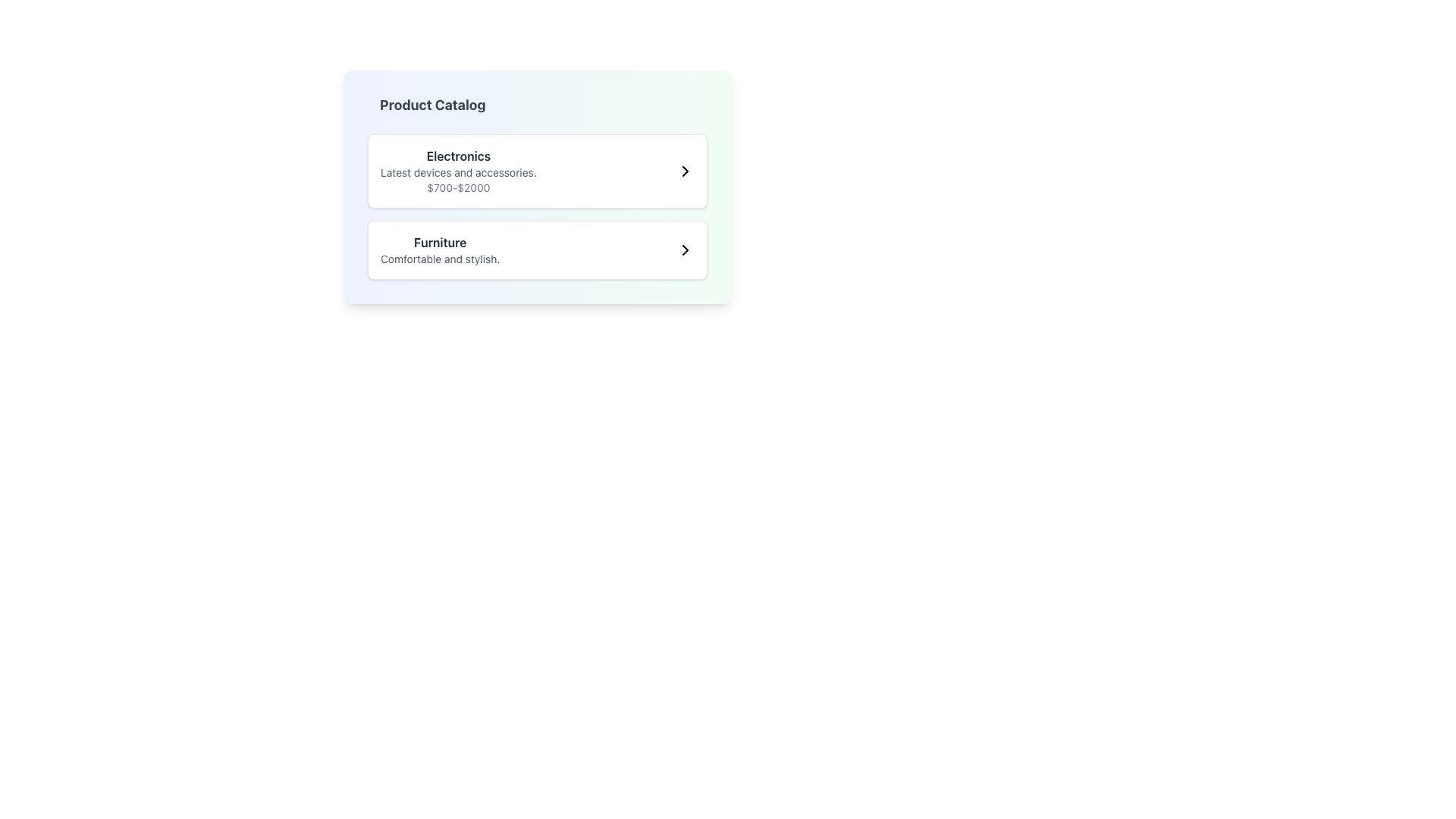  Describe the element at coordinates (457, 187) in the screenshot. I see `price information text for the electronics category, located below 'Latest devices and accessories' within the product catalog card layout` at that location.